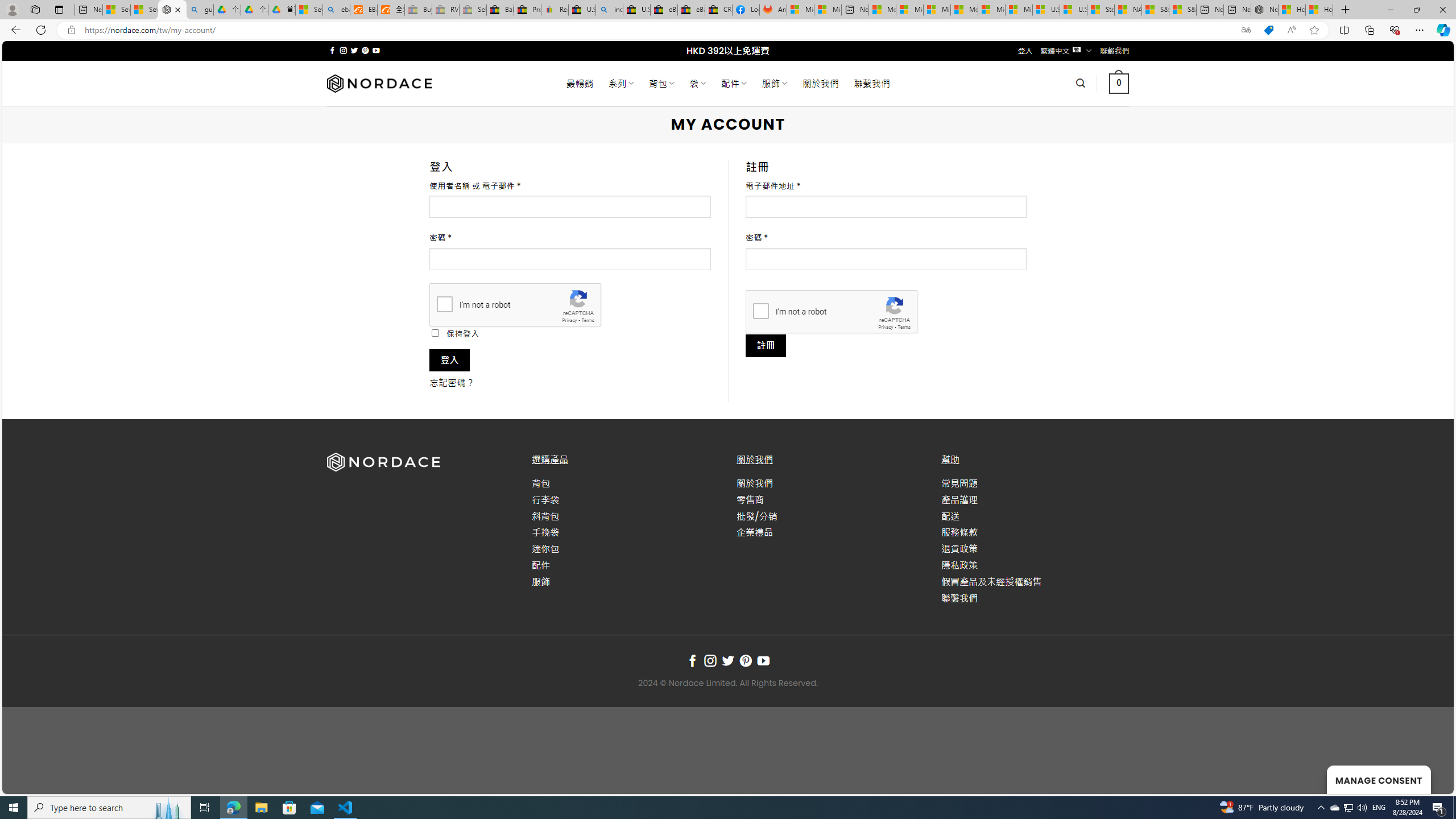  What do you see at coordinates (1182, 9) in the screenshot?
I see `'S&P 500, Nasdaq end lower, weighed by Nvidia dip | Watch'` at bounding box center [1182, 9].